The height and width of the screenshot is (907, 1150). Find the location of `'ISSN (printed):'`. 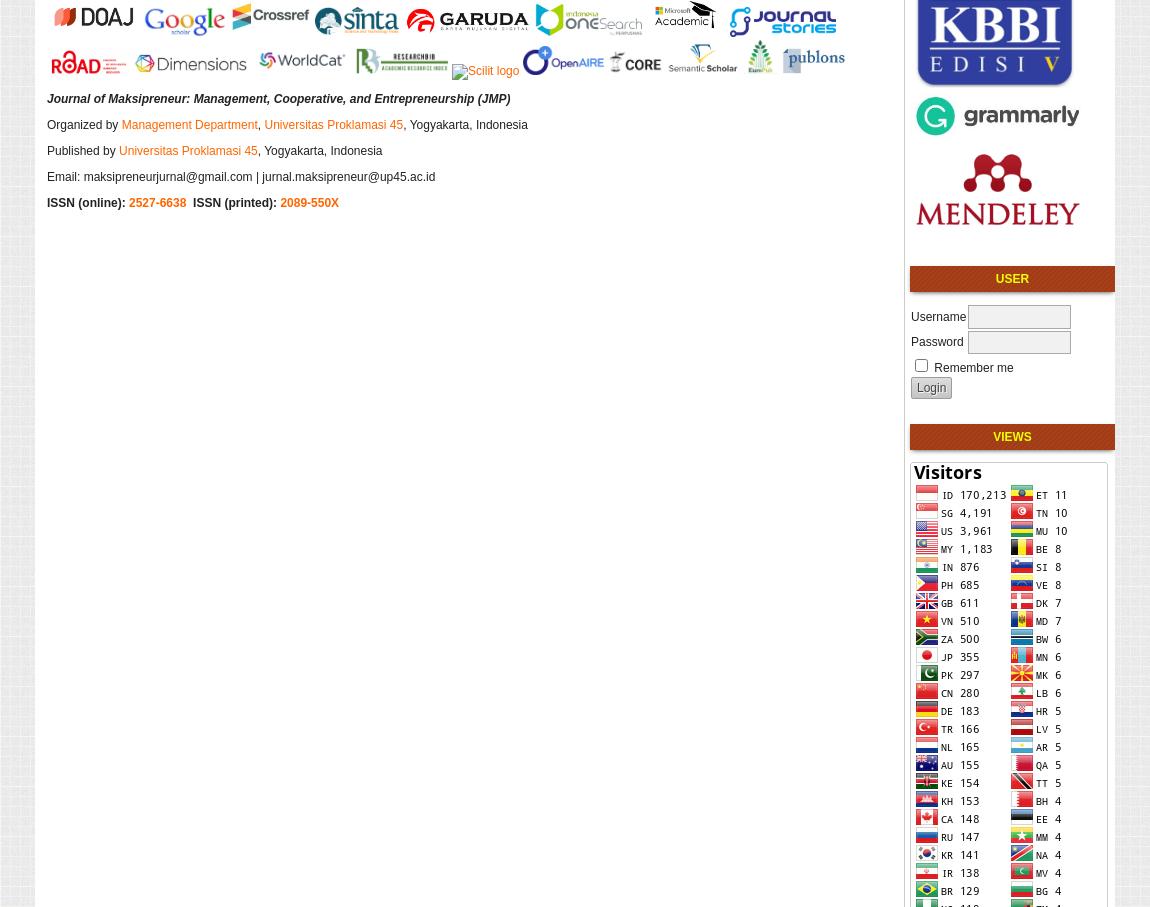

'ISSN (printed):' is located at coordinates (235, 200).